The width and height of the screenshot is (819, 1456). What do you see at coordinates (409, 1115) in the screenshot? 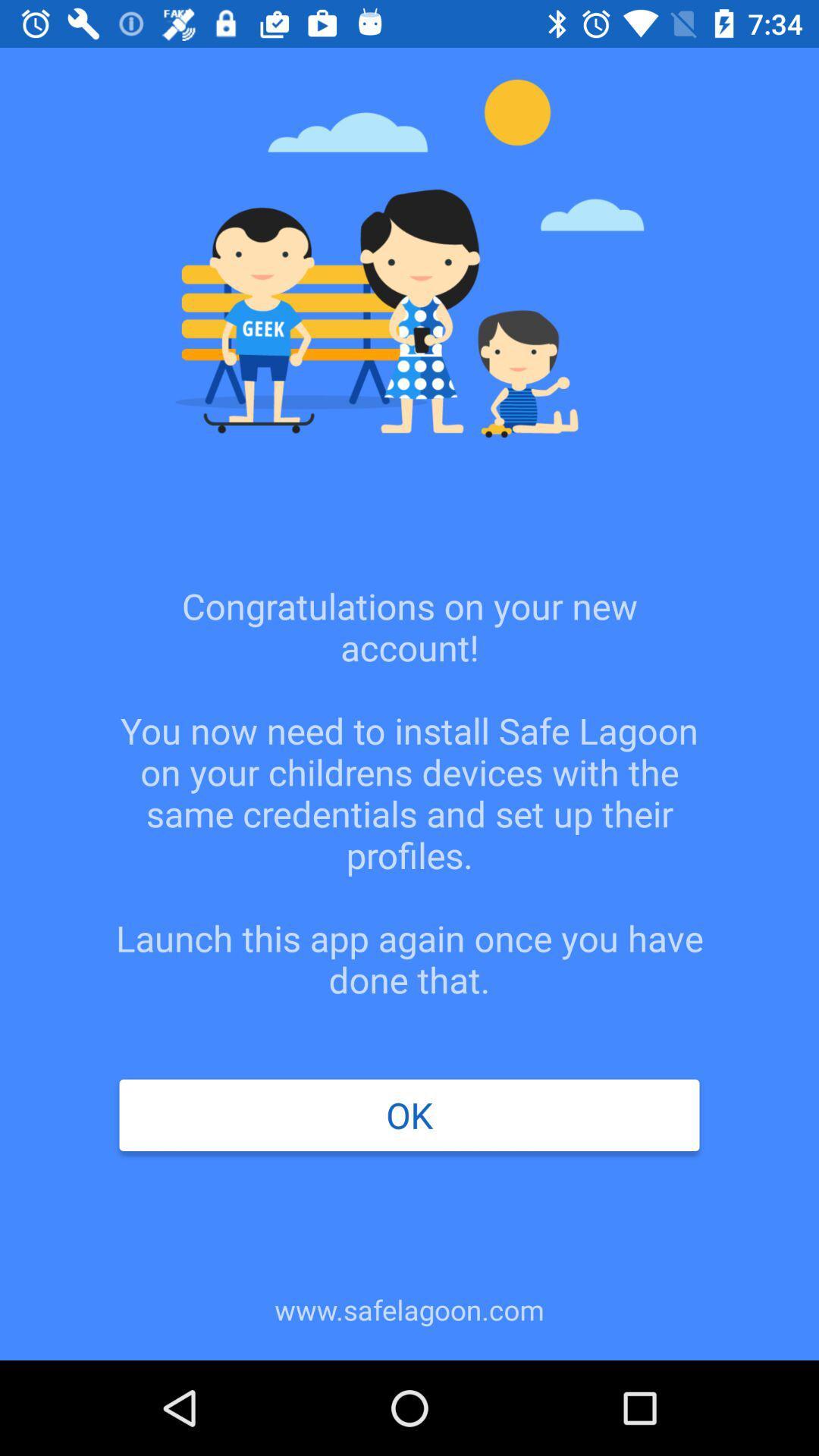
I see `the item below the congratulations on your item` at bounding box center [409, 1115].